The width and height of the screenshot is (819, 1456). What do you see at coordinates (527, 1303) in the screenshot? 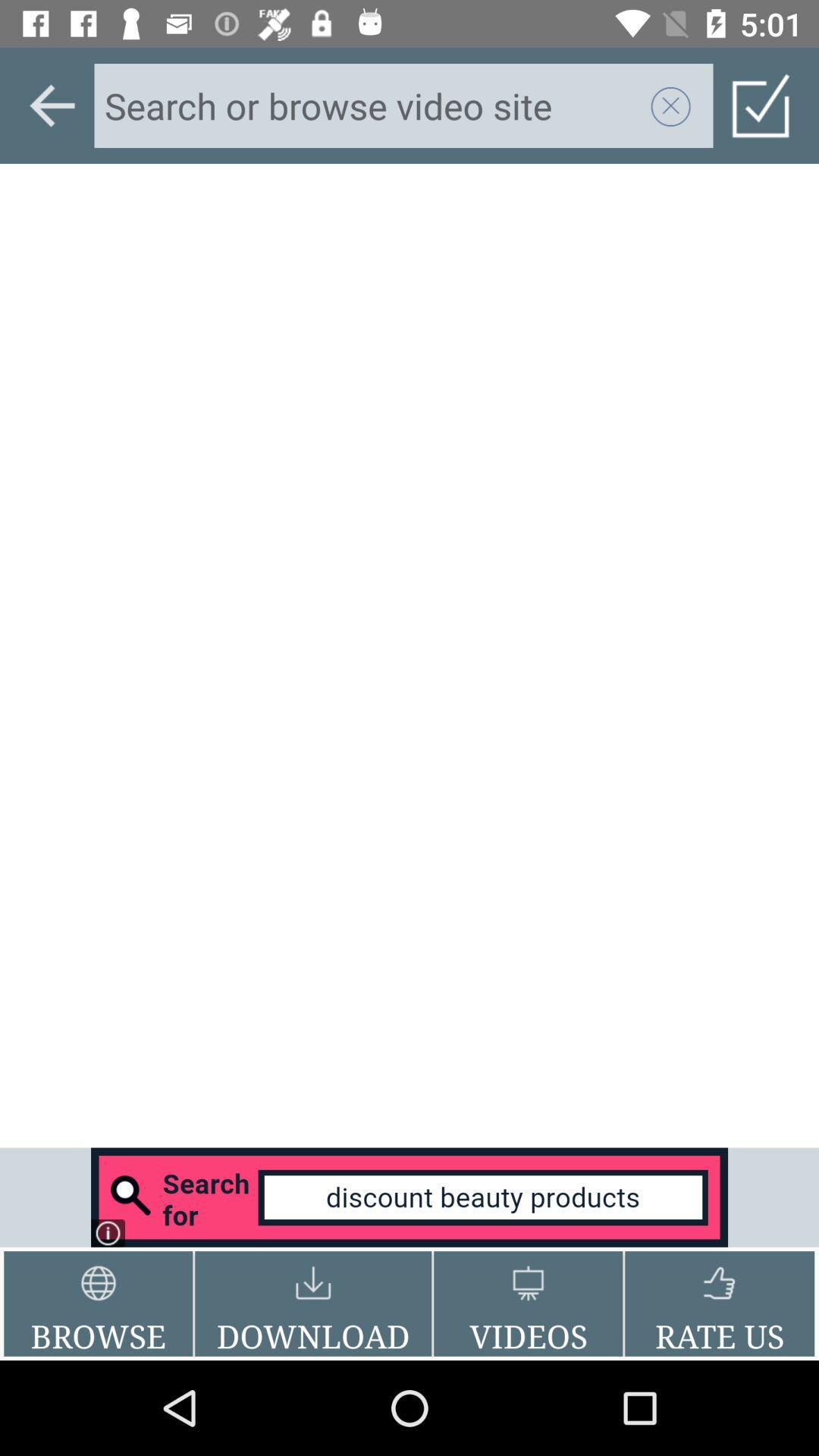
I see `the videos item` at bounding box center [527, 1303].